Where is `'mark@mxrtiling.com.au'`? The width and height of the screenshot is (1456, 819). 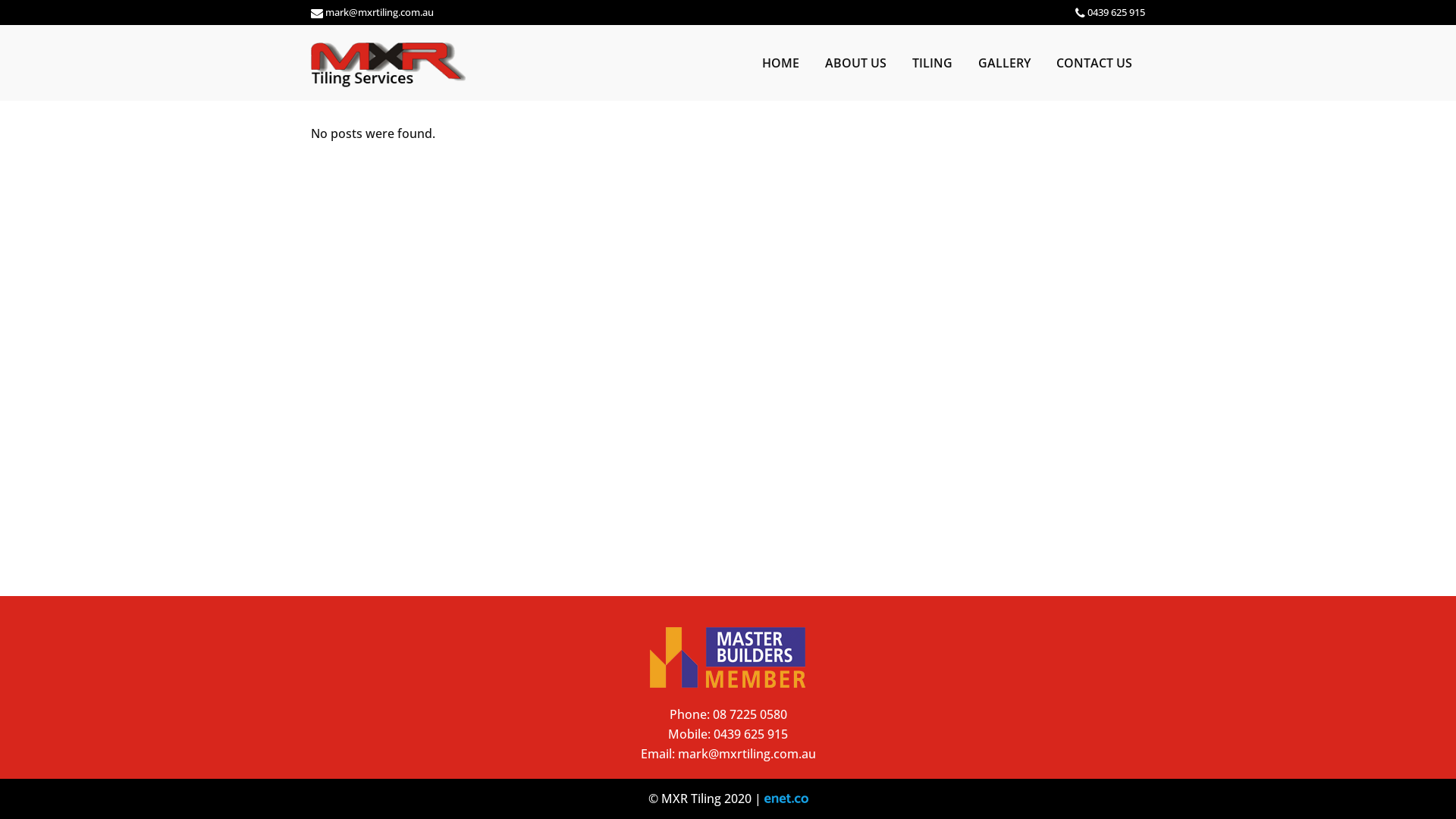 'mark@mxrtiling.com.au' is located at coordinates (746, 754).